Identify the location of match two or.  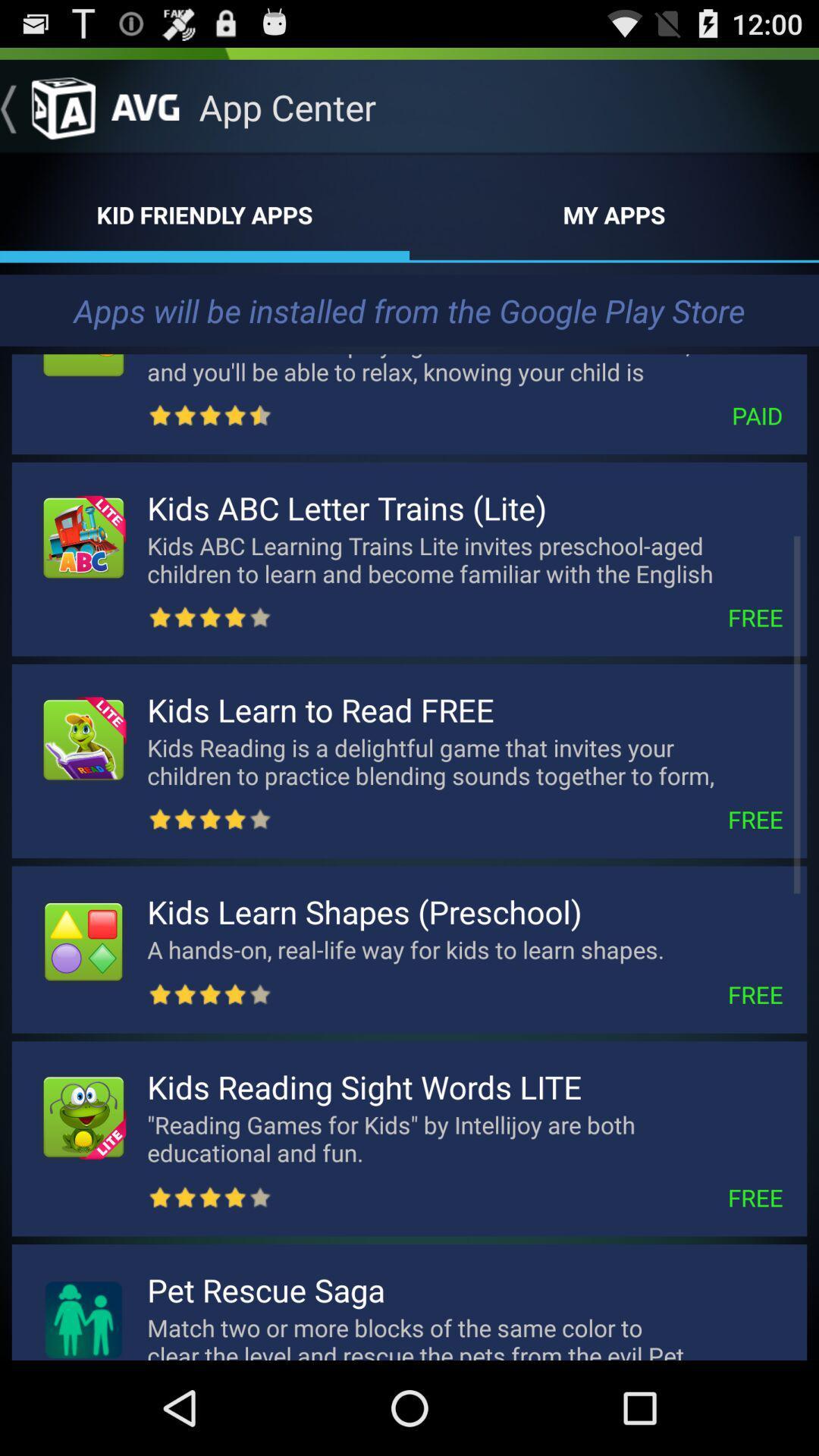
(464, 1335).